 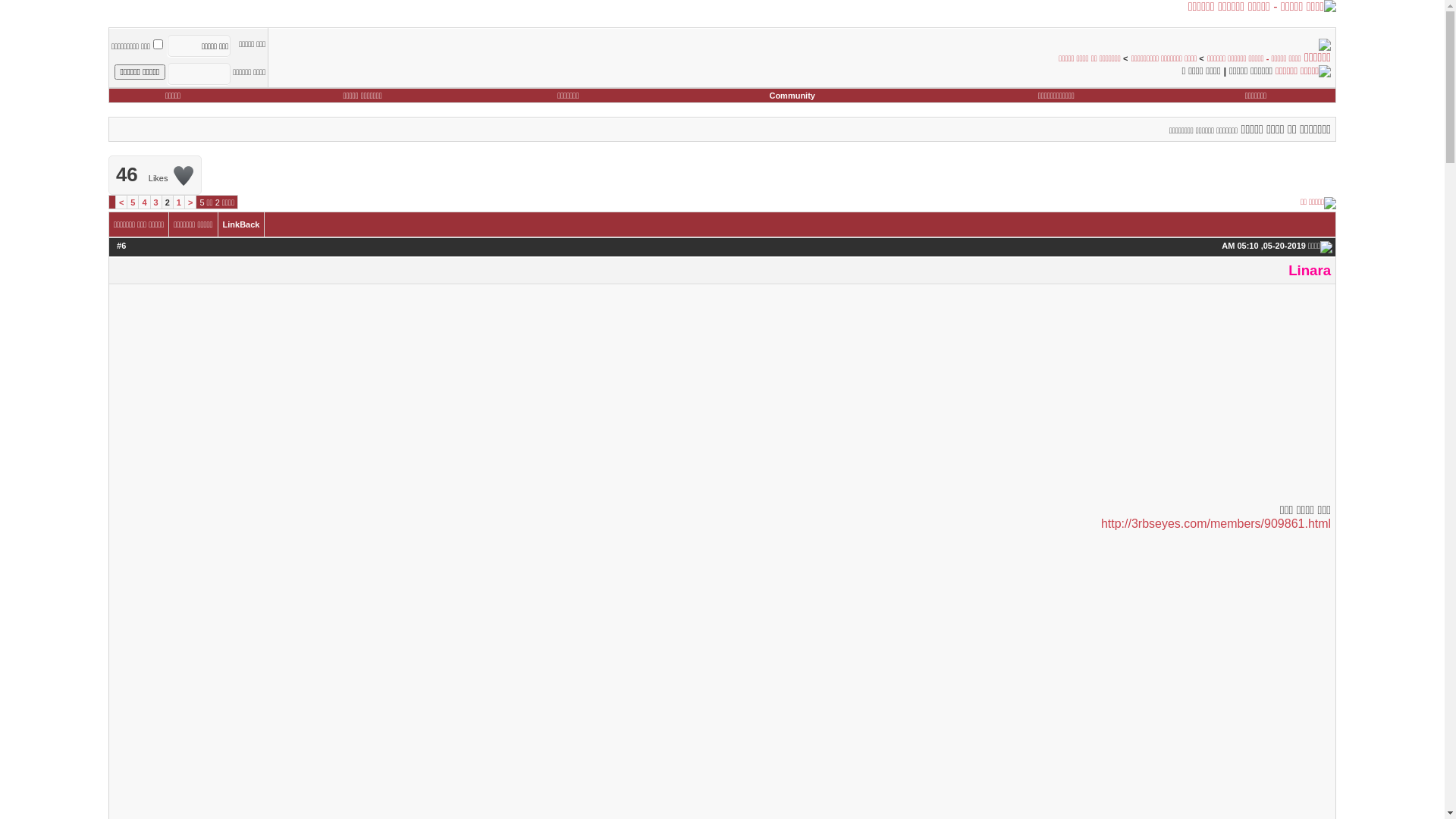 What do you see at coordinates (1309, 269) in the screenshot?
I see `'Linara'` at bounding box center [1309, 269].